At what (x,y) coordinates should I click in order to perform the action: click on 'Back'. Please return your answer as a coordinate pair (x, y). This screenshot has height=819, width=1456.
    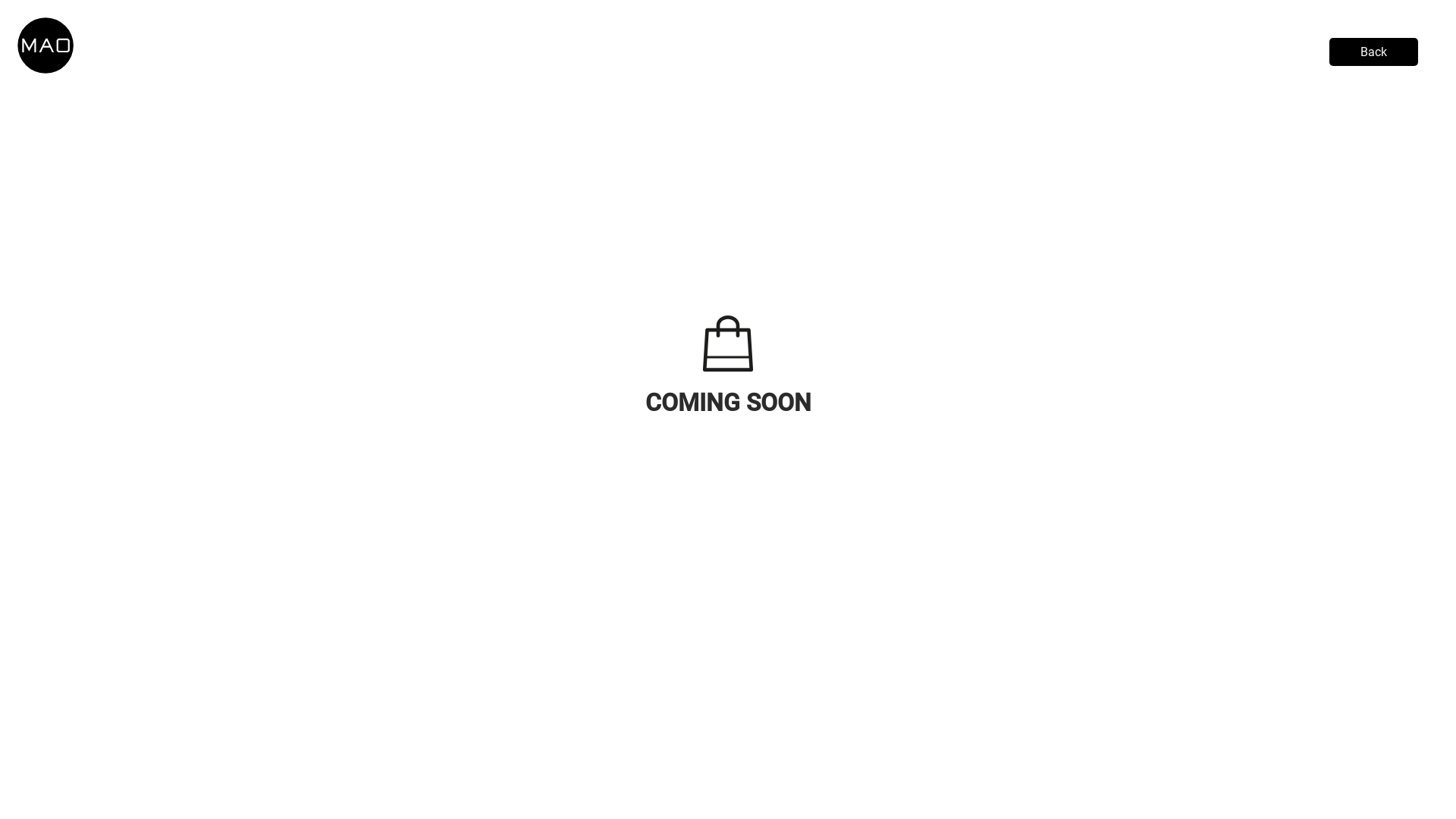
    Looking at the image, I should click on (1373, 51).